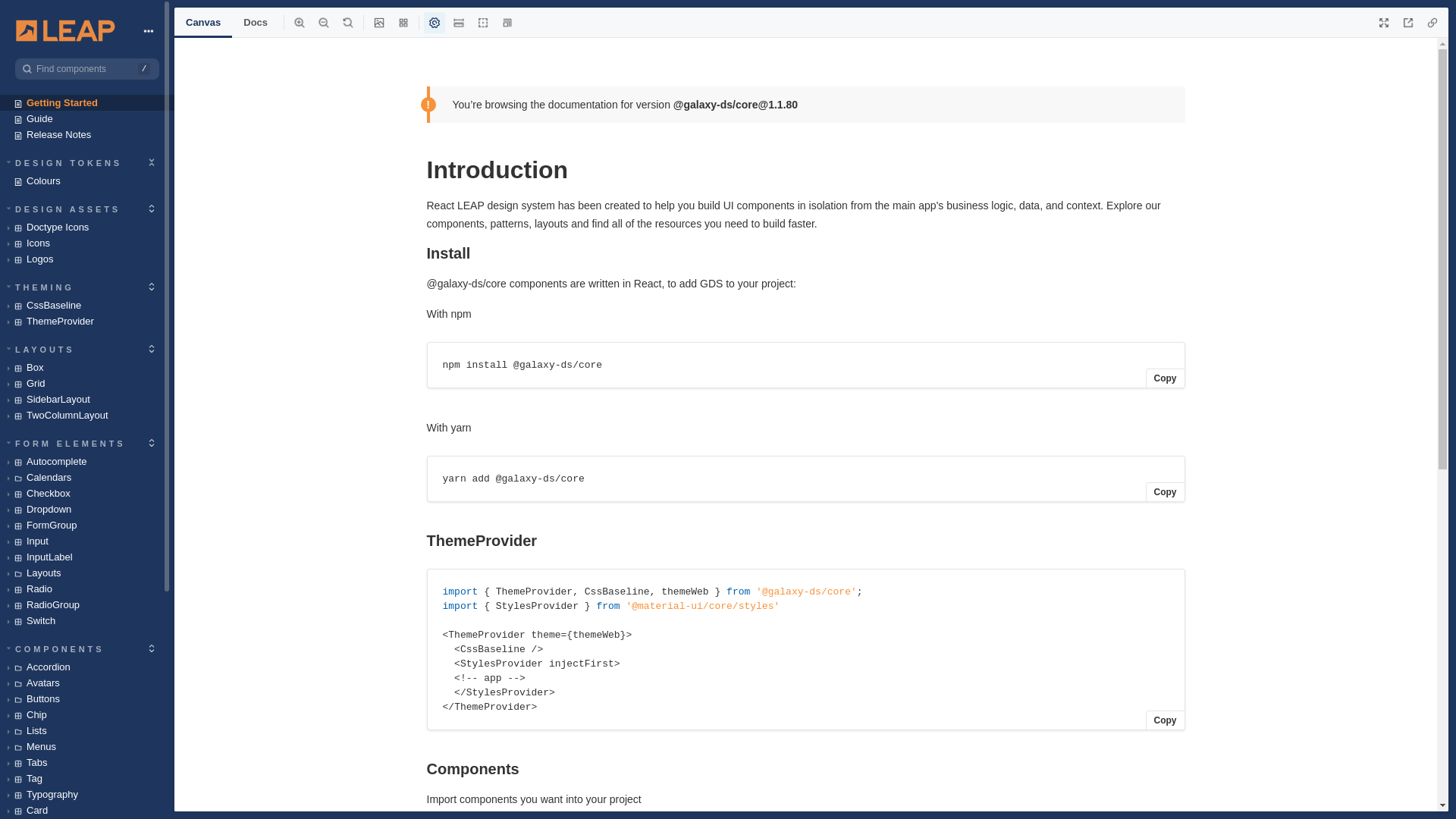  I want to click on 'Grid', so click(86, 382).